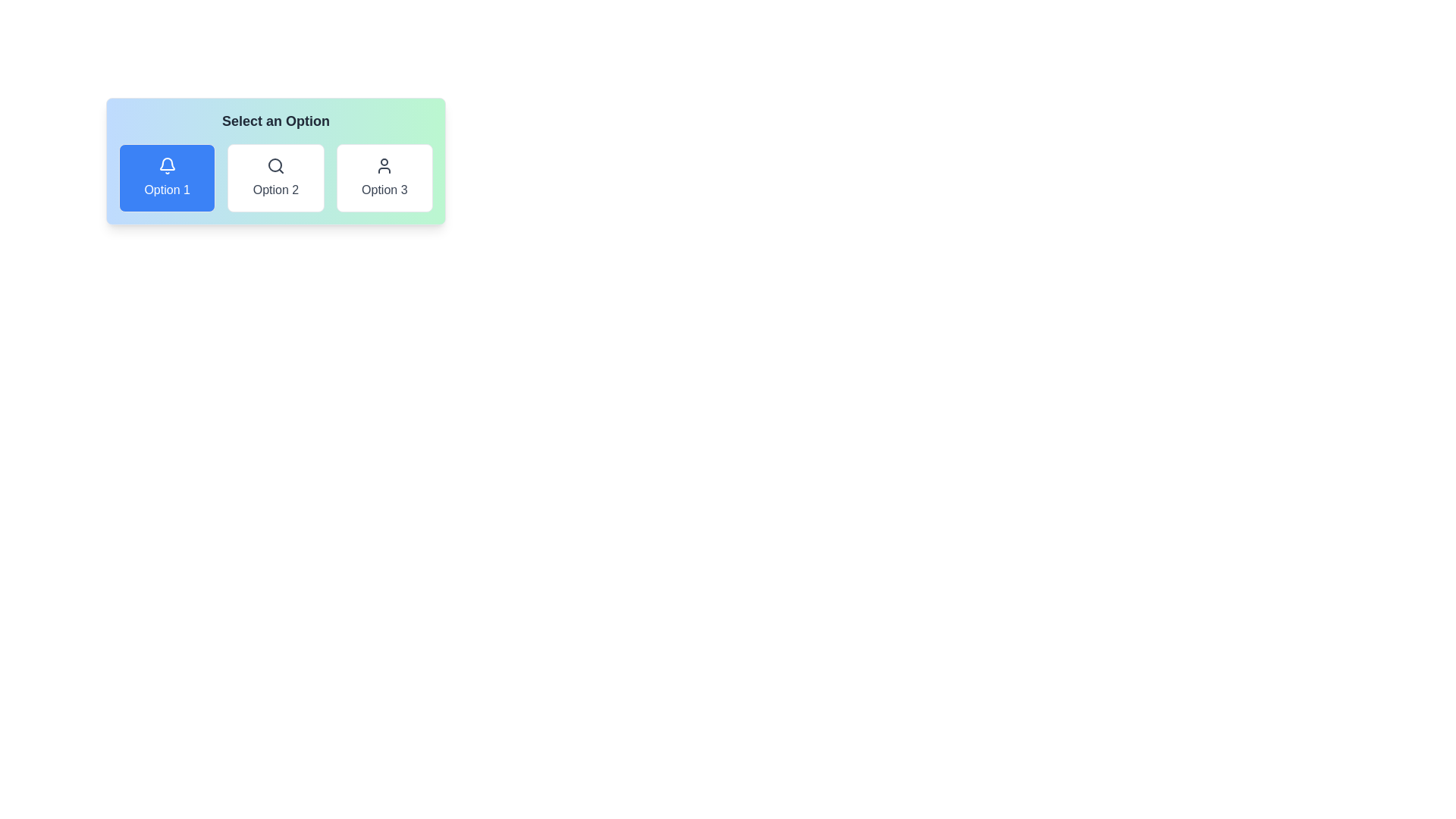 The image size is (1456, 819). Describe the element at coordinates (384, 189) in the screenshot. I see `the Text Label displaying 'Option 3' located beneath the user icon in the rightmost selection card` at that location.